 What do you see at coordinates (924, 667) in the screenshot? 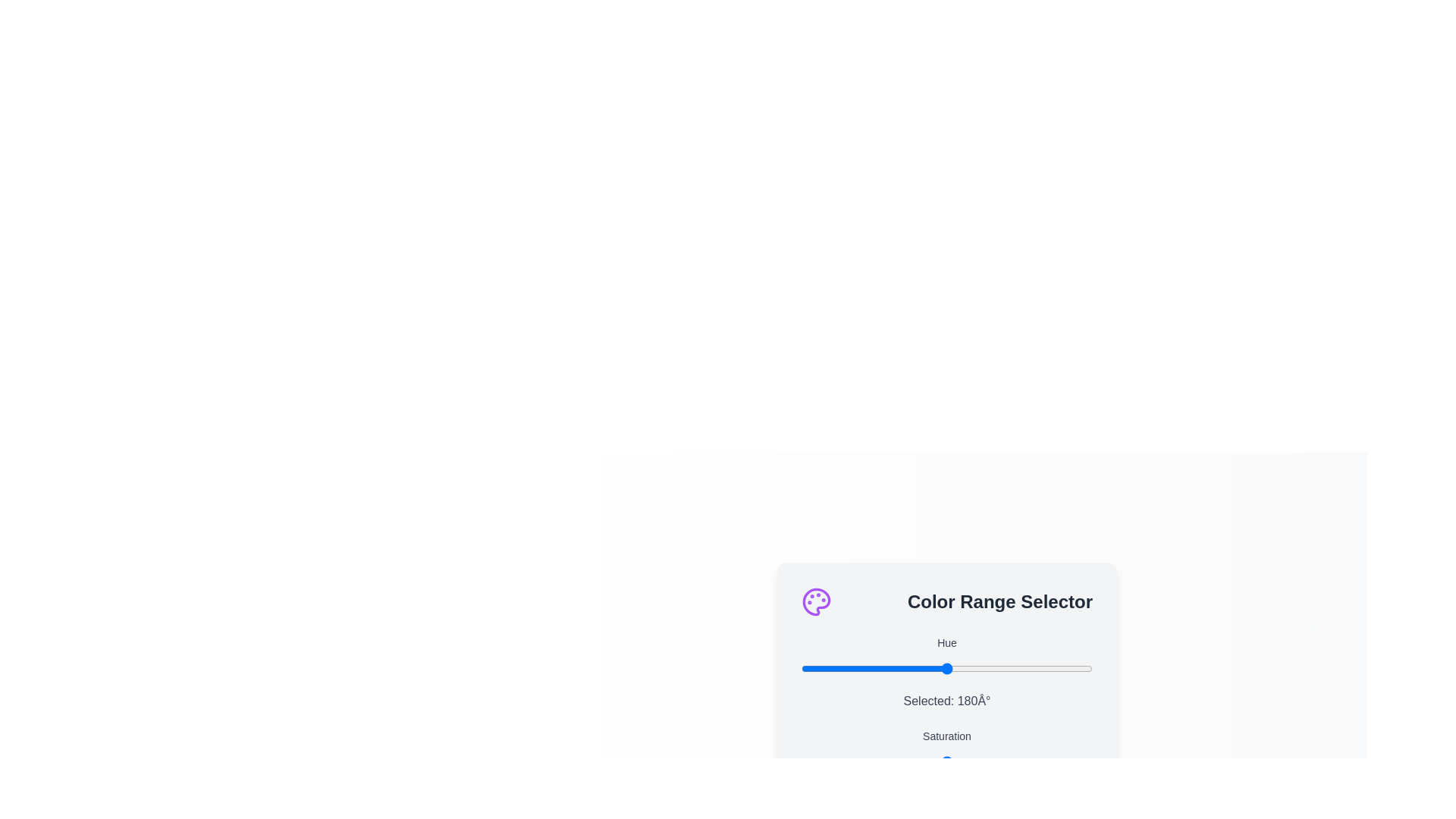
I see `the hue value on the slider` at bounding box center [924, 667].